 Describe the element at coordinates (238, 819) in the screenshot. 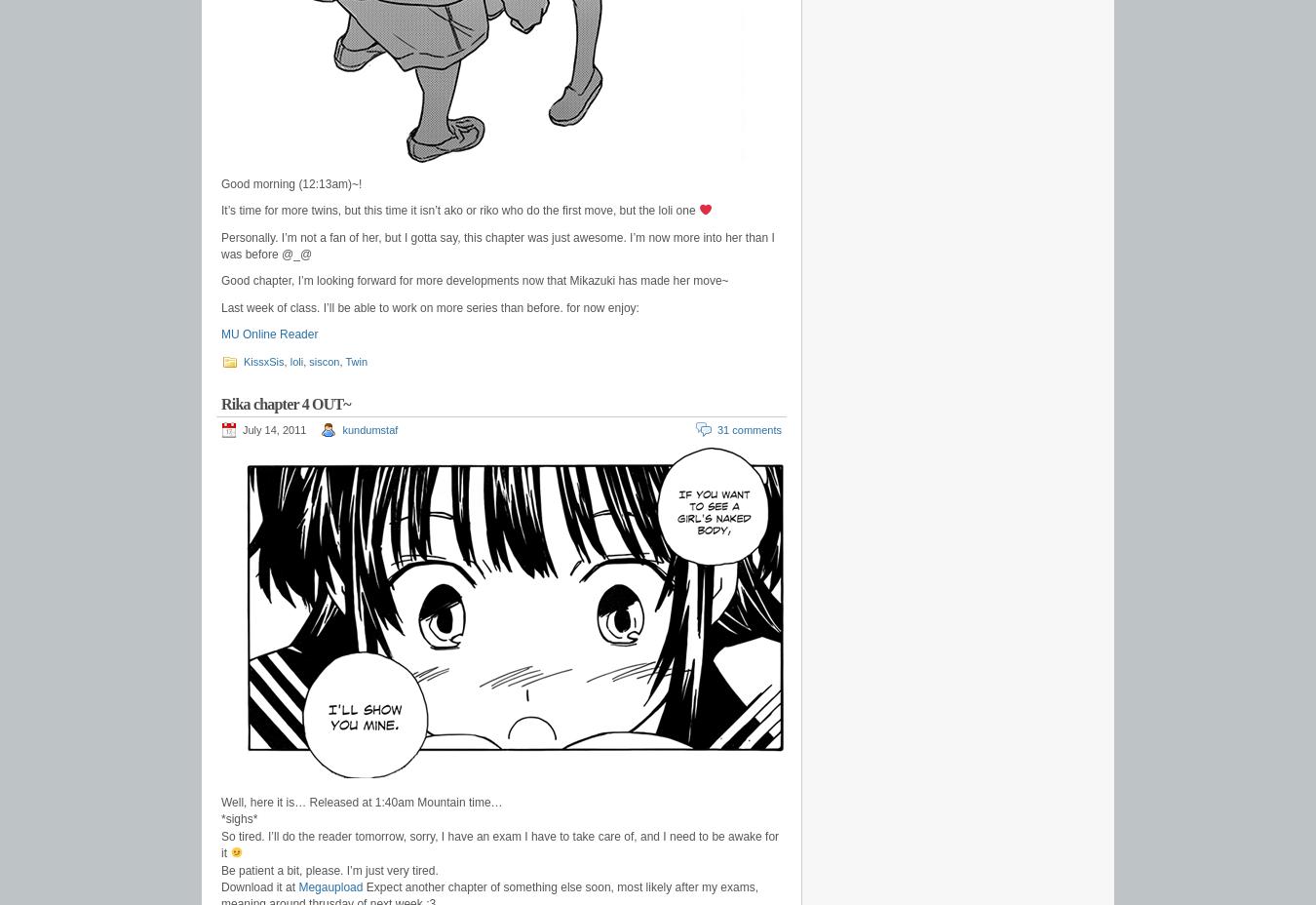

I see `'*sighs*'` at that location.